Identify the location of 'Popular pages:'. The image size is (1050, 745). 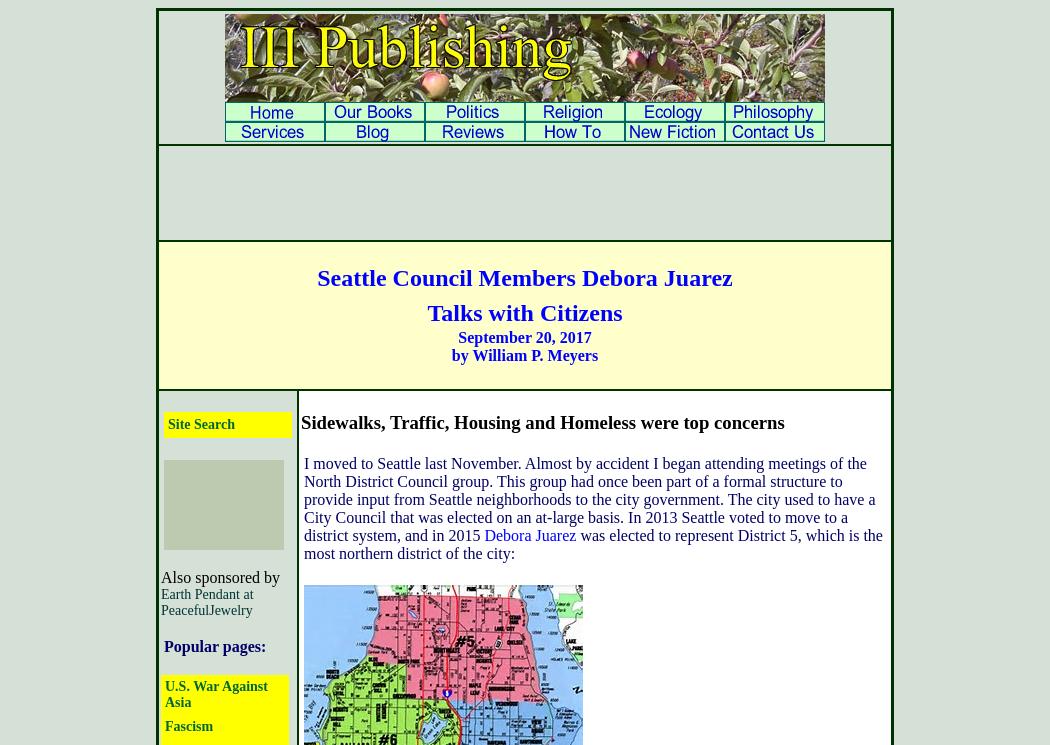
(164, 644).